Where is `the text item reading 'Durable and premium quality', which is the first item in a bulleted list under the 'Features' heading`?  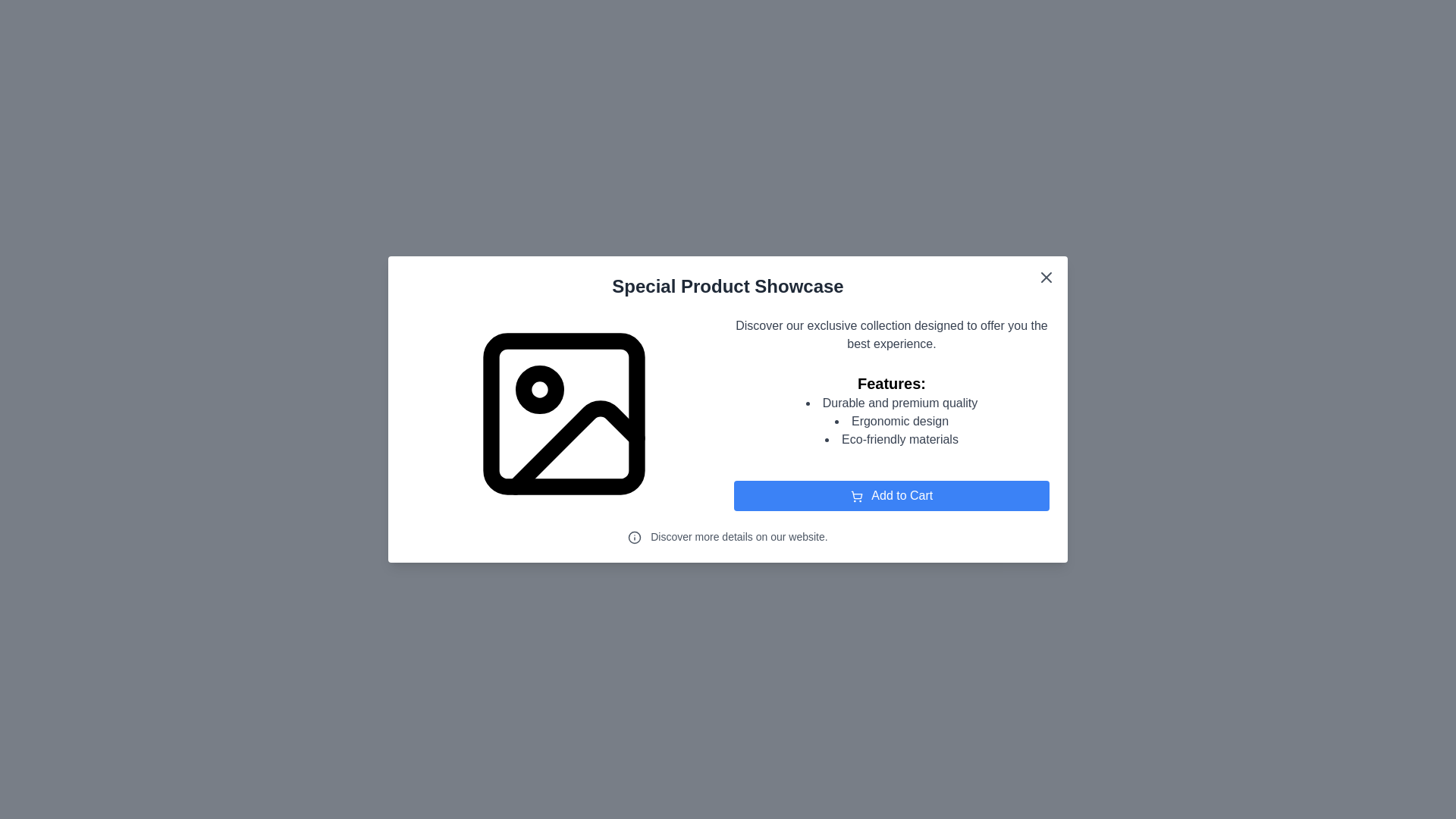
the text item reading 'Durable and premium quality', which is the first item in a bulleted list under the 'Features' heading is located at coordinates (892, 402).